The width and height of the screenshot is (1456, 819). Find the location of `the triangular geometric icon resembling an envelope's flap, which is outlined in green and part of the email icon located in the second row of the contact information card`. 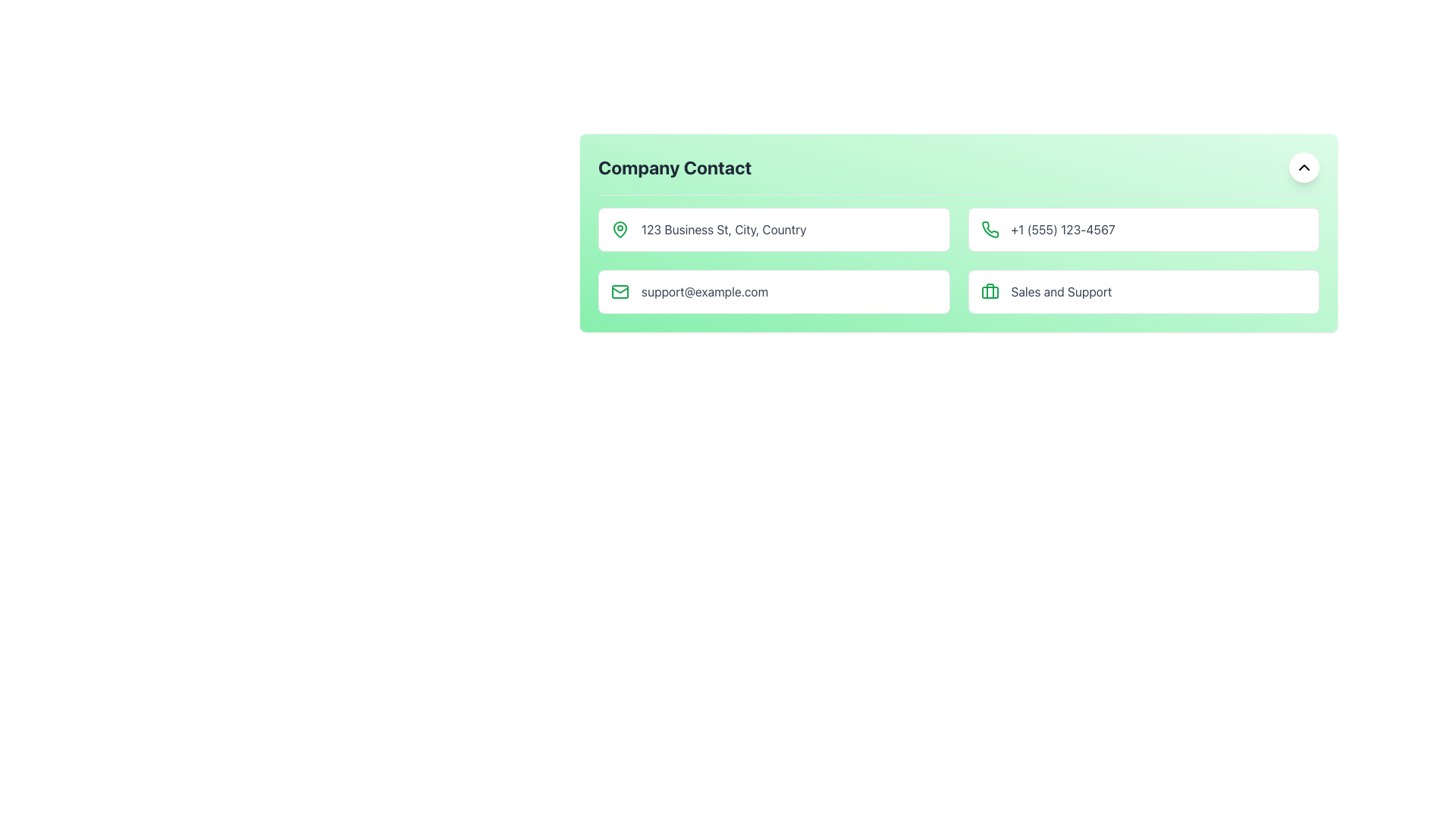

the triangular geometric icon resembling an envelope's flap, which is outlined in green and part of the email icon located in the second row of the contact information card is located at coordinates (620, 289).